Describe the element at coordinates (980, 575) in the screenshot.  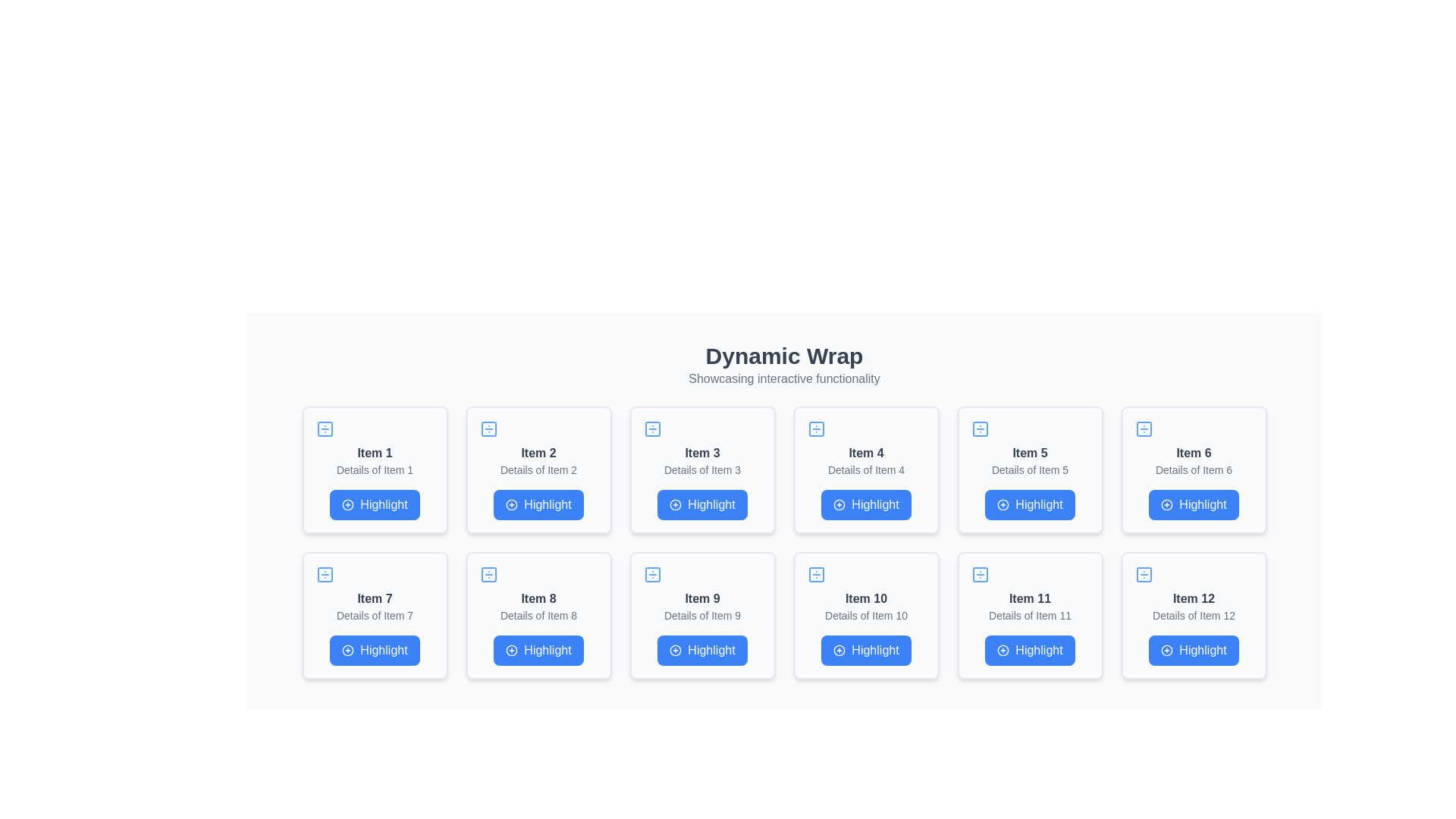
I see `the decorative SVG rectangle located in the top-left corner of 'Item 11' in a 4x3 grid layout` at that location.